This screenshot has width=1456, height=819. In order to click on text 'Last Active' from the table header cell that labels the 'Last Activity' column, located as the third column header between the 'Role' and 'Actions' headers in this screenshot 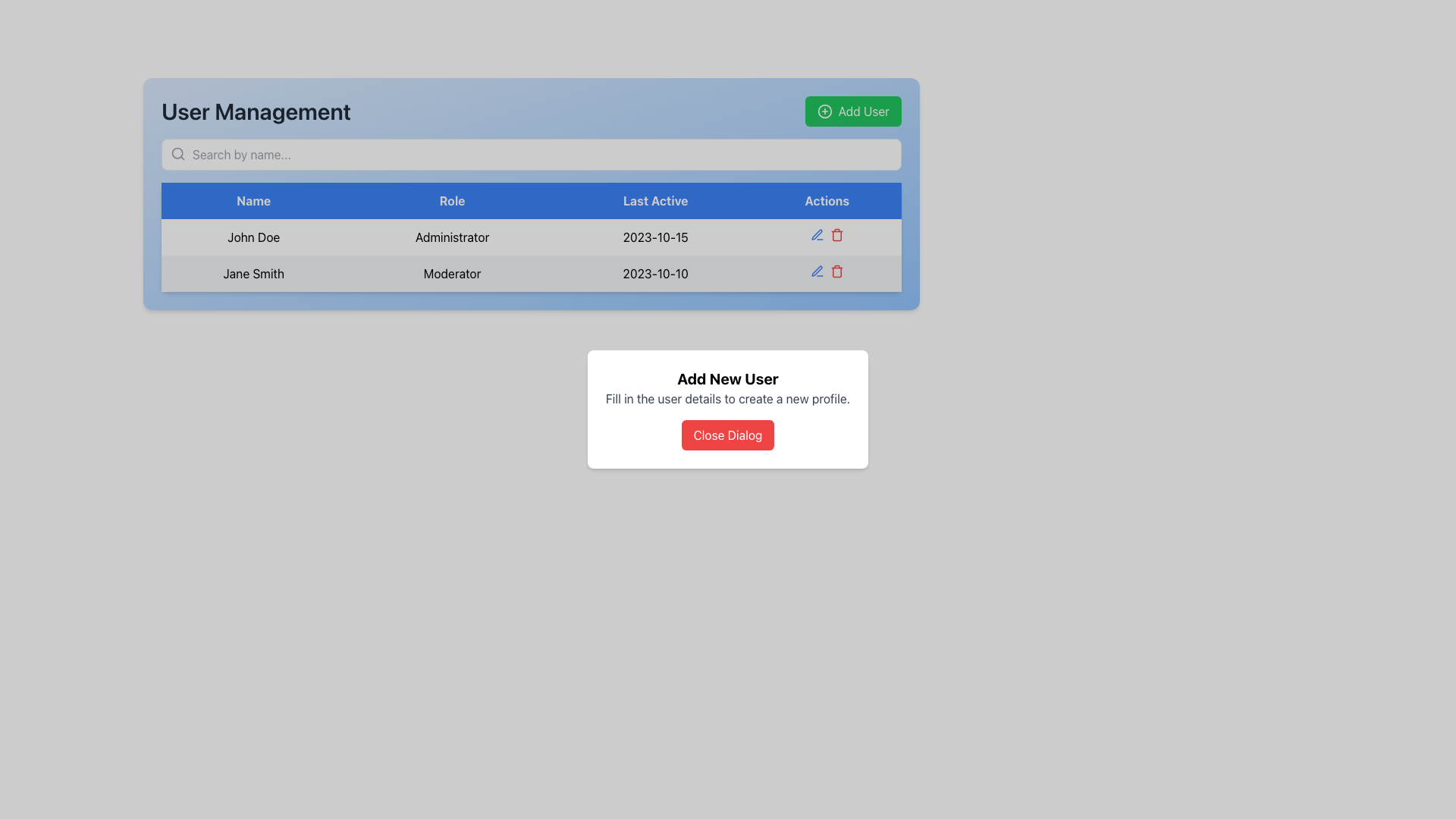, I will do `click(655, 200)`.